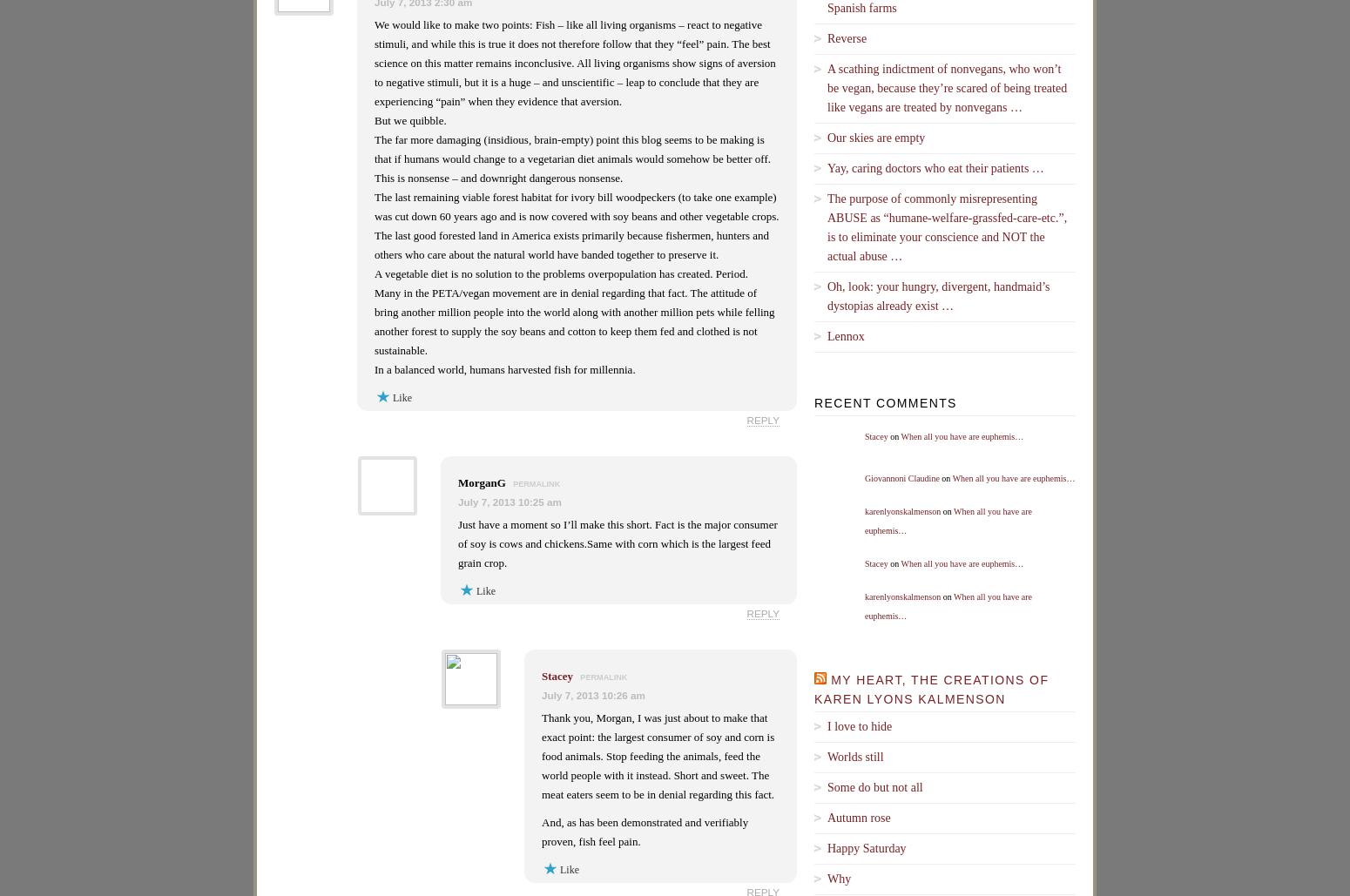 The width and height of the screenshot is (1350, 896). What do you see at coordinates (838, 877) in the screenshot?
I see `'Why'` at bounding box center [838, 877].